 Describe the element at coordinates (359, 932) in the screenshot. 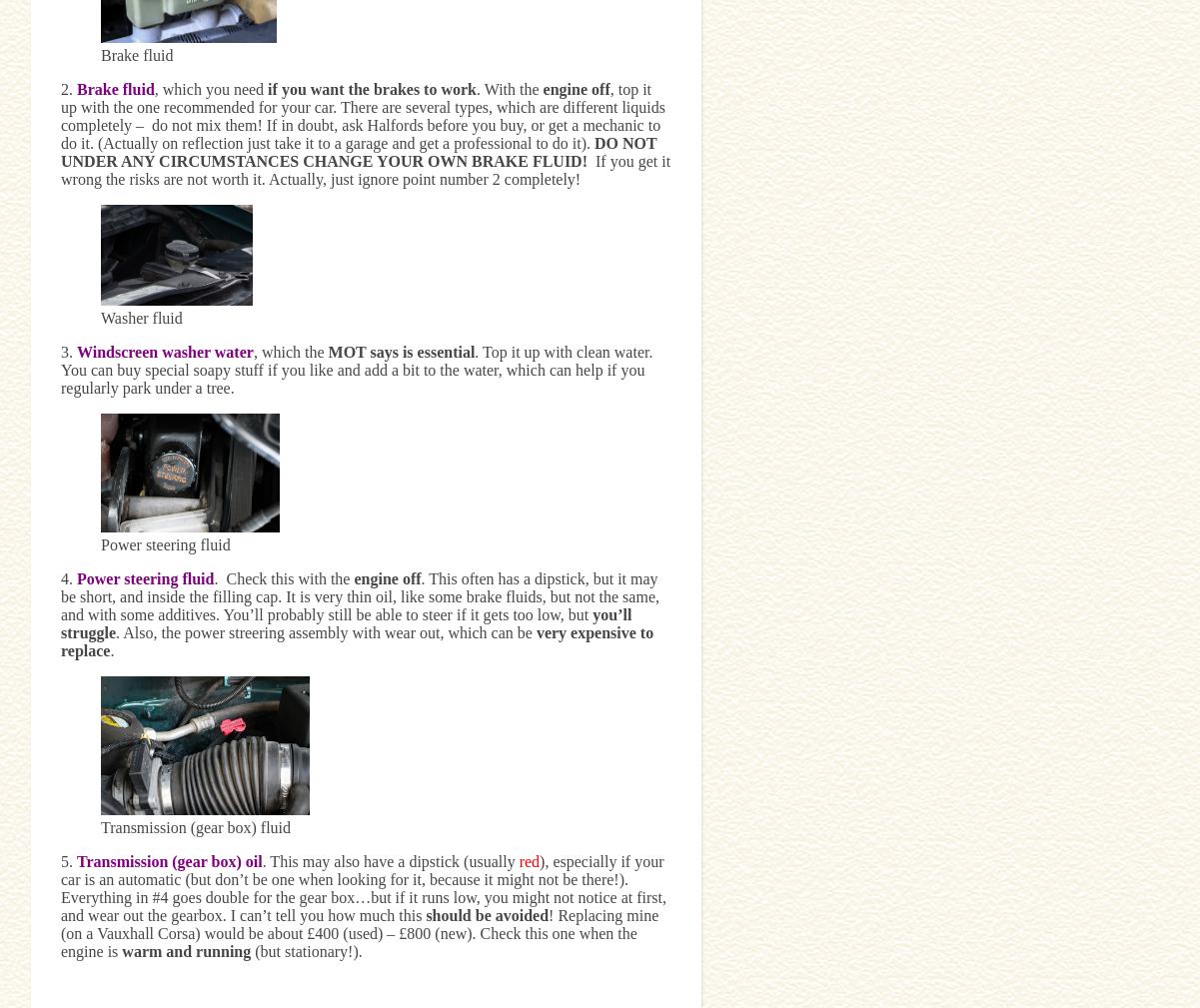

I see `'! Replacing mine (on a Vauxhall Corsa) would be about £400 (used) – £800 (new). Check this one when the engine is'` at that location.